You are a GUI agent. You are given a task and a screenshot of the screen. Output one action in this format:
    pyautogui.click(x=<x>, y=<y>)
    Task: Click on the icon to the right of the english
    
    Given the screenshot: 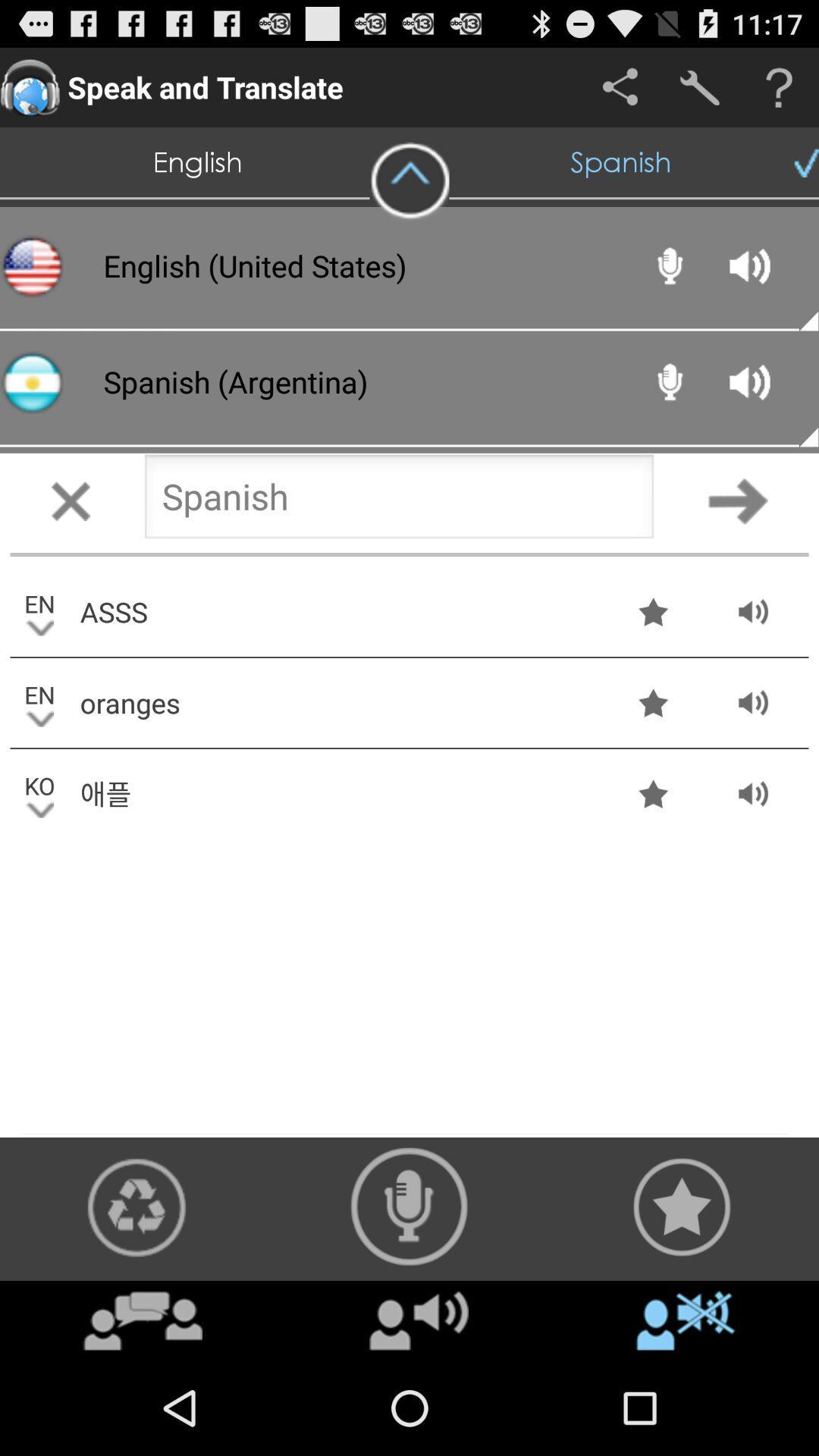 What is the action you would take?
    pyautogui.click(x=409, y=181)
    